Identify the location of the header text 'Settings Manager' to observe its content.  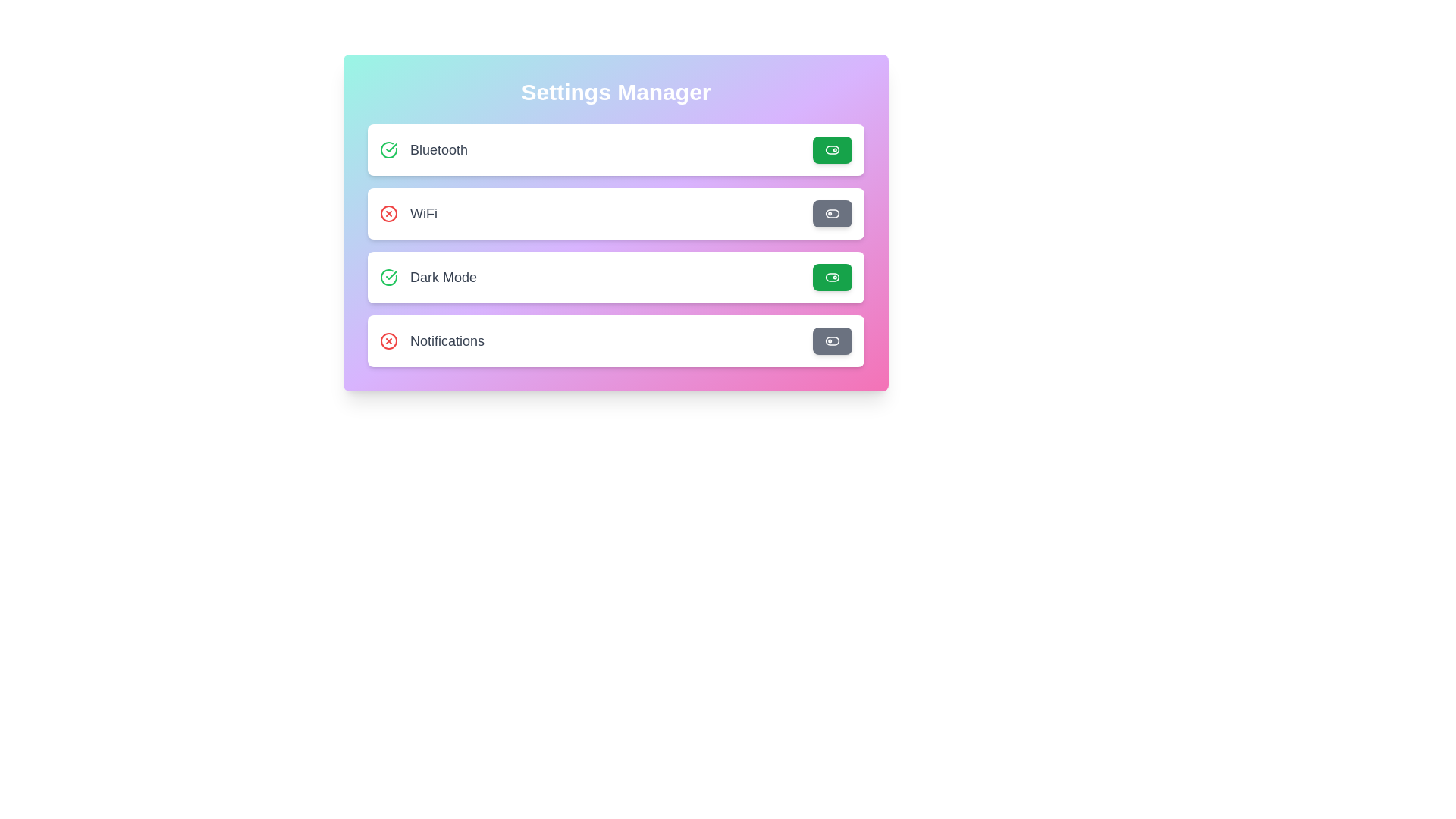
(616, 93).